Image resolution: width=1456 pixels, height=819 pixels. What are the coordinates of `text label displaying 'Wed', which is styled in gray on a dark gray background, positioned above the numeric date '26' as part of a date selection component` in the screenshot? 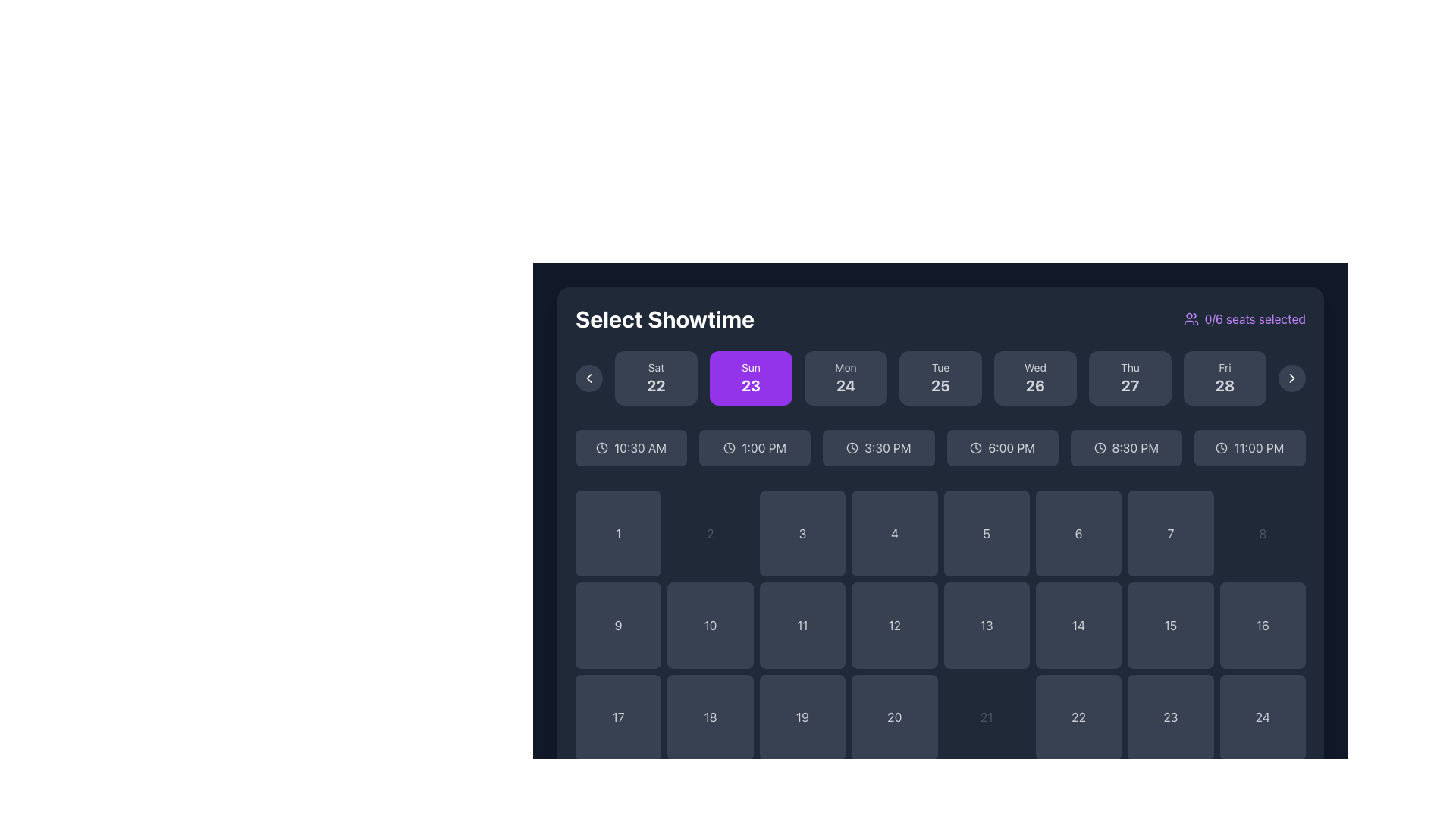 It's located at (1034, 368).